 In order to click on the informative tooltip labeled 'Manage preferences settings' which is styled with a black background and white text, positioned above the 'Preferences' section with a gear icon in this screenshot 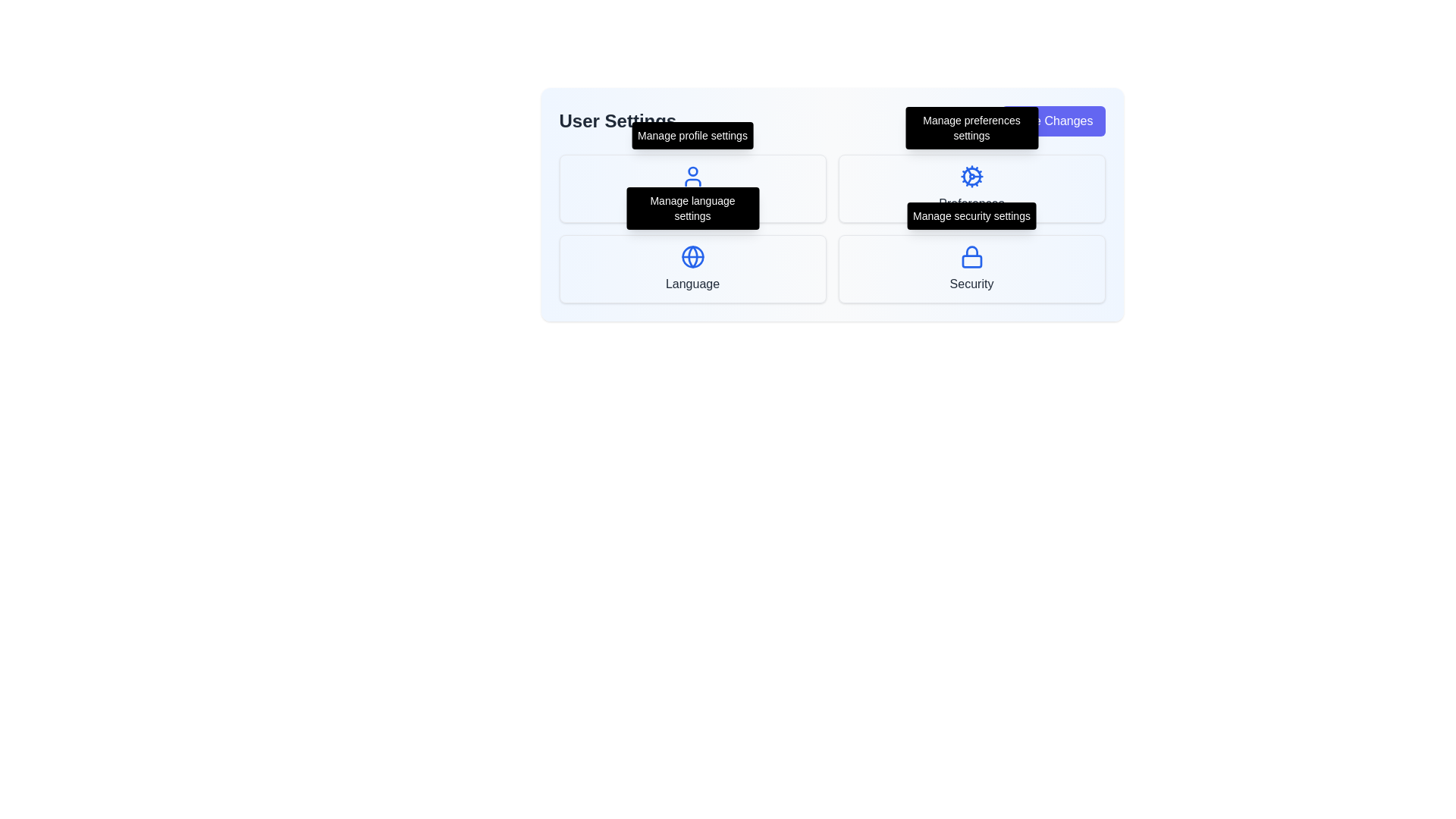, I will do `click(971, 127)`.